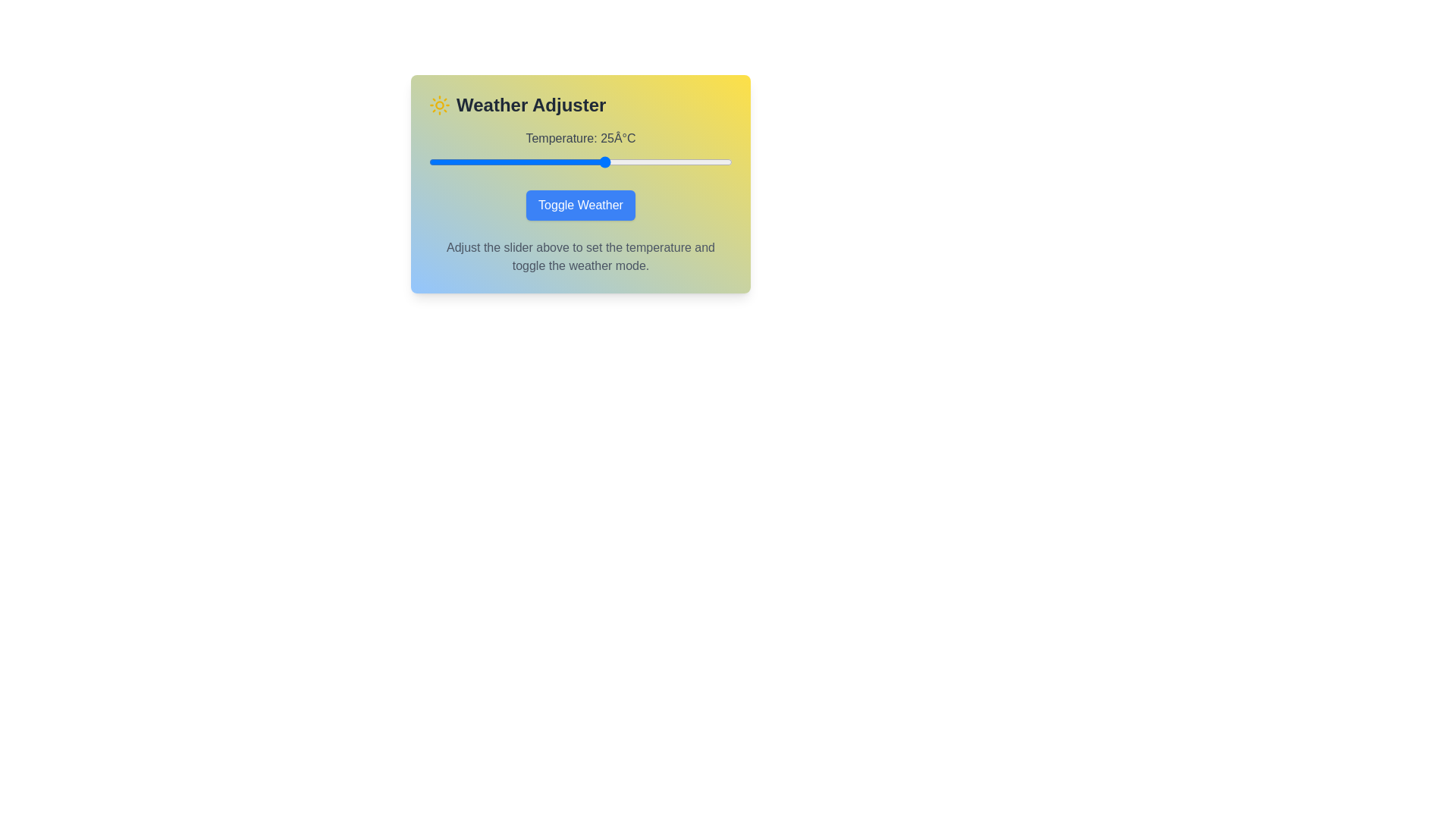  Describe the element at coordinates (564, 162) in the screenshot. I see `the temperature slider to set the temperature to 17°C` at that location.